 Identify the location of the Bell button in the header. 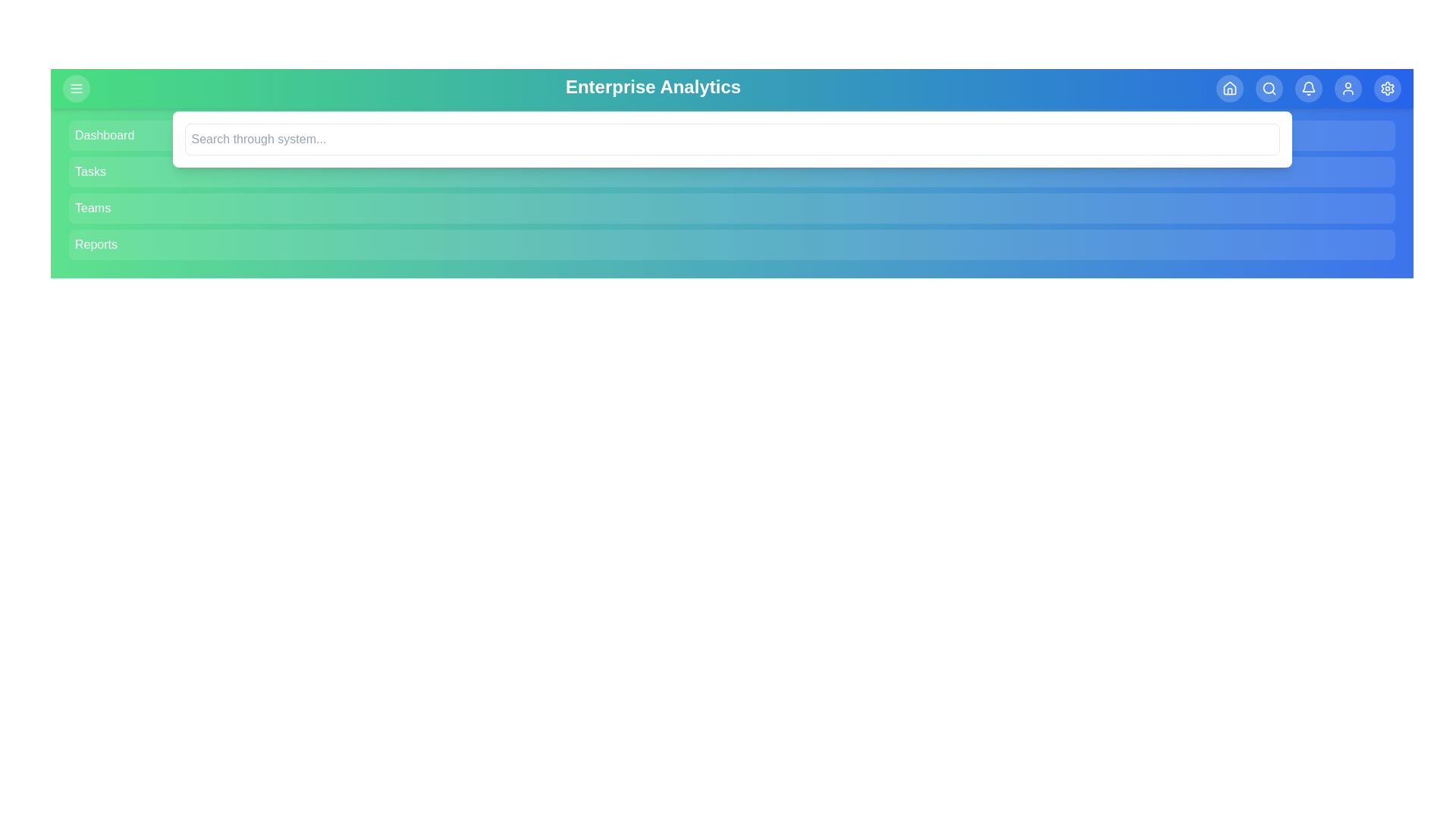
(1307, 88).